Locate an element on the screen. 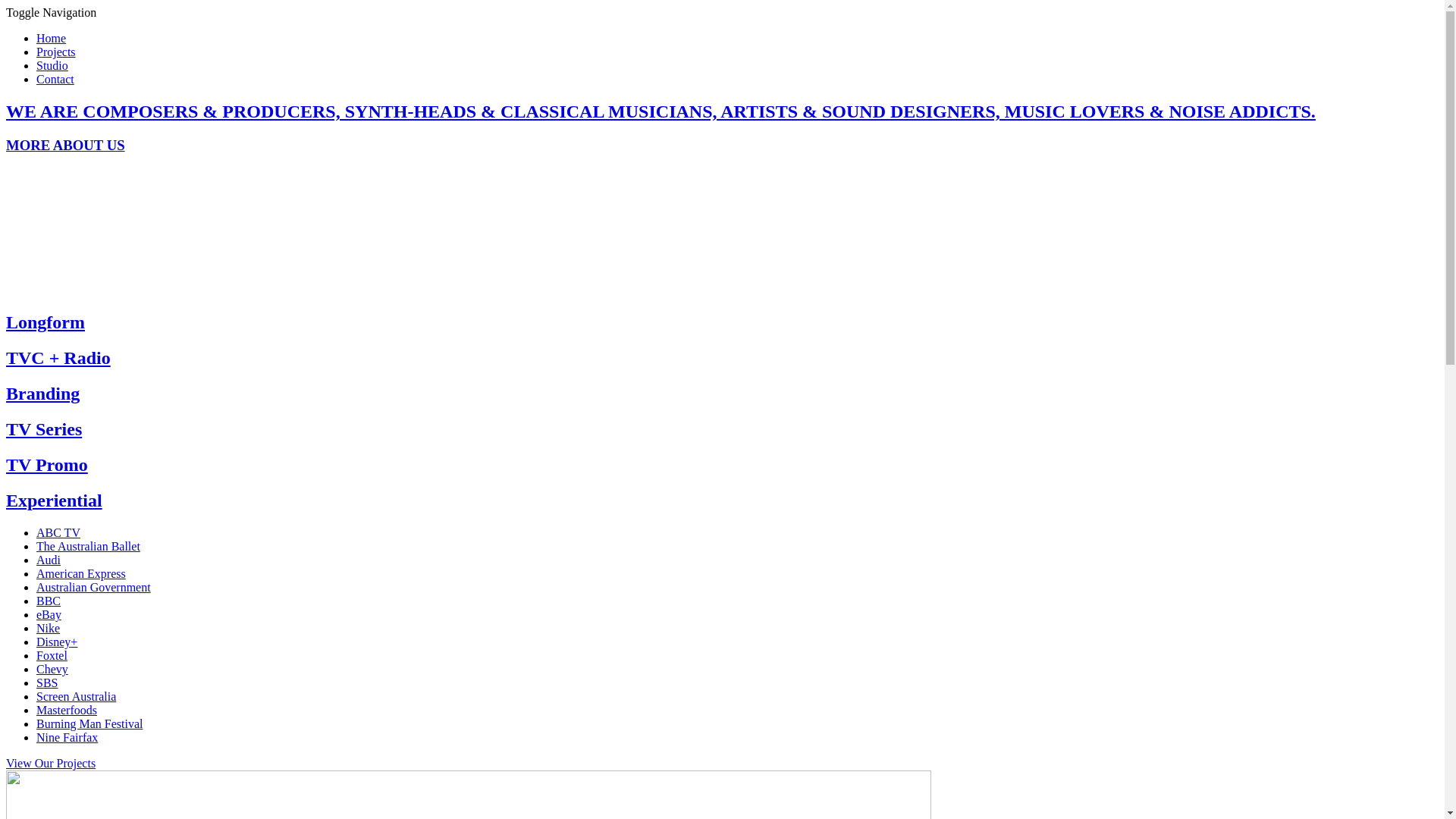 This screenshot has width=1456, height=819. 'MORE ABOUT US' is located at coordinates (64, 145).